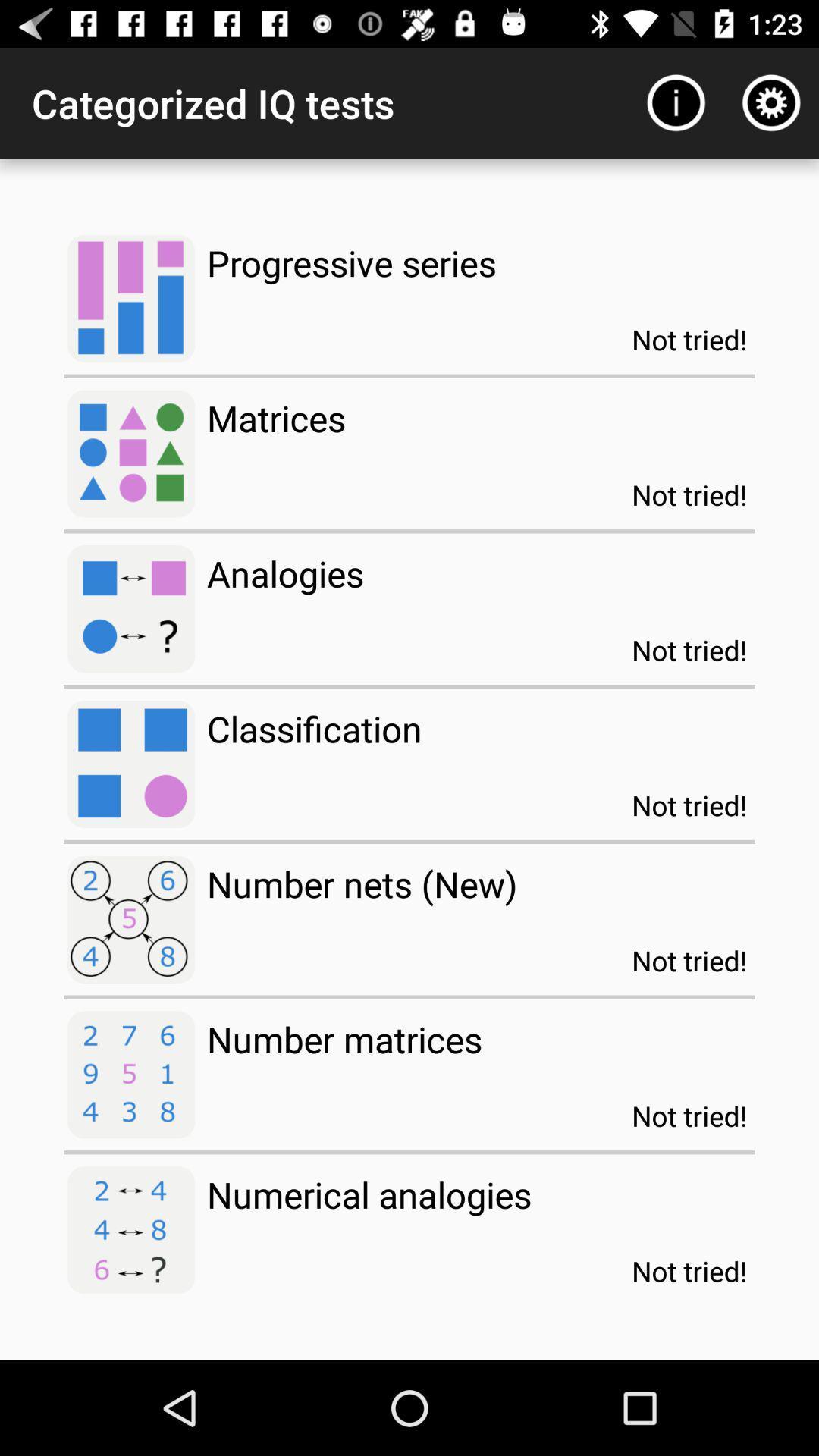  I want to click on classification app, so click(313, 729).